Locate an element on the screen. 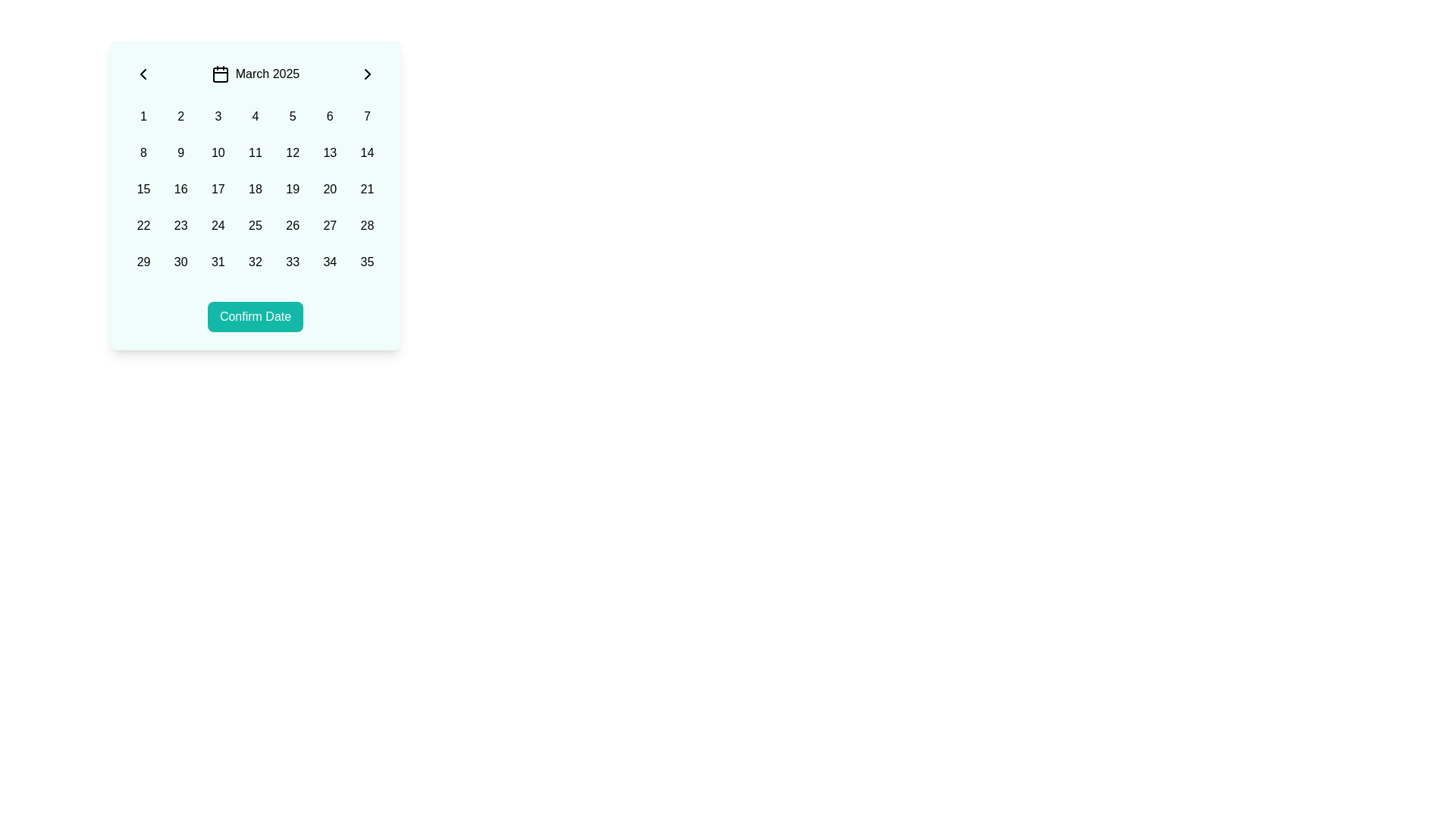  the button labeled '4', which is a square box with rounded corners located in the first row and fourth column of the grid in the calendar interface is located at coordinates (255, 116).